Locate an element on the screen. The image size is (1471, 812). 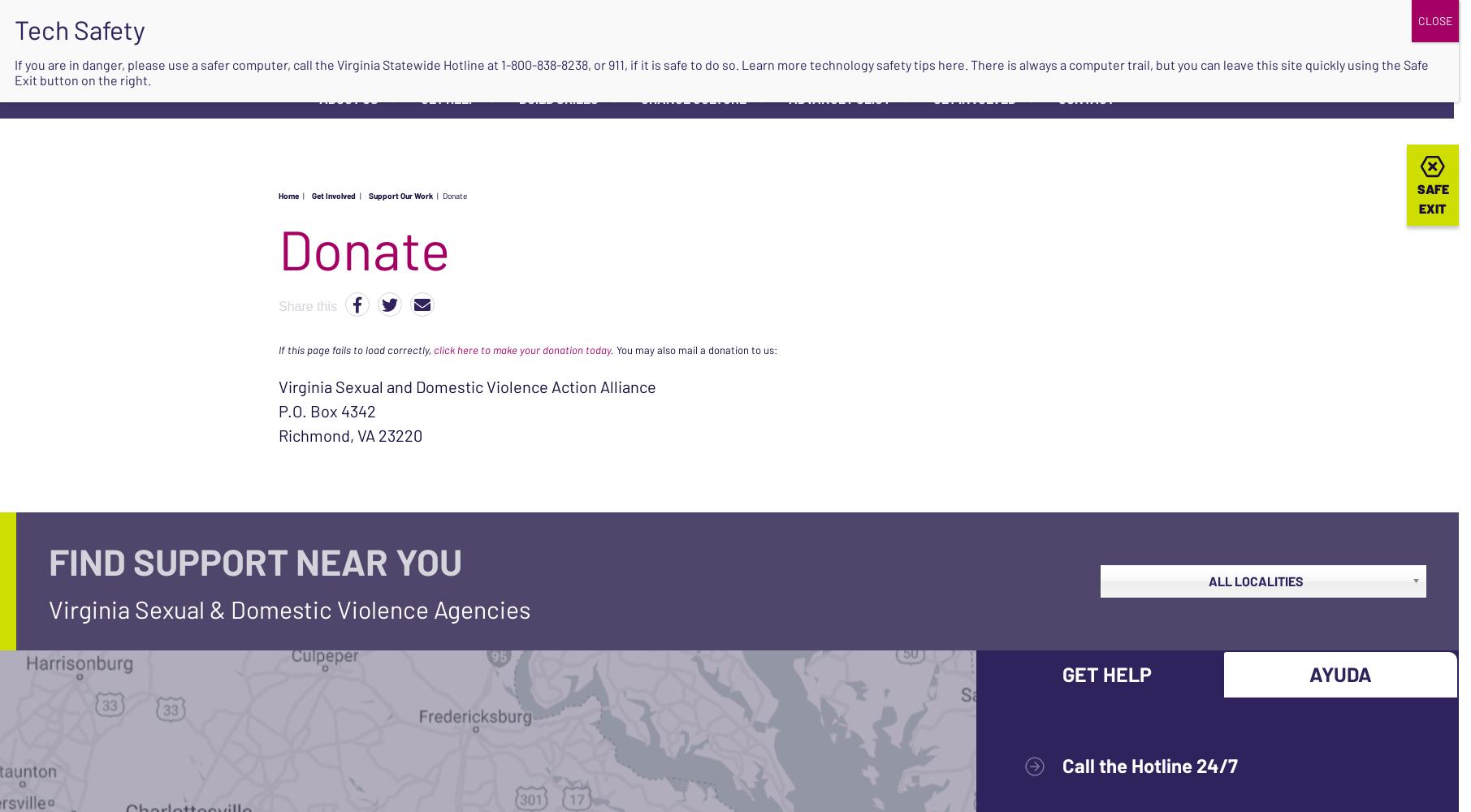
'All localities' is located at coordinates (1254, 580).